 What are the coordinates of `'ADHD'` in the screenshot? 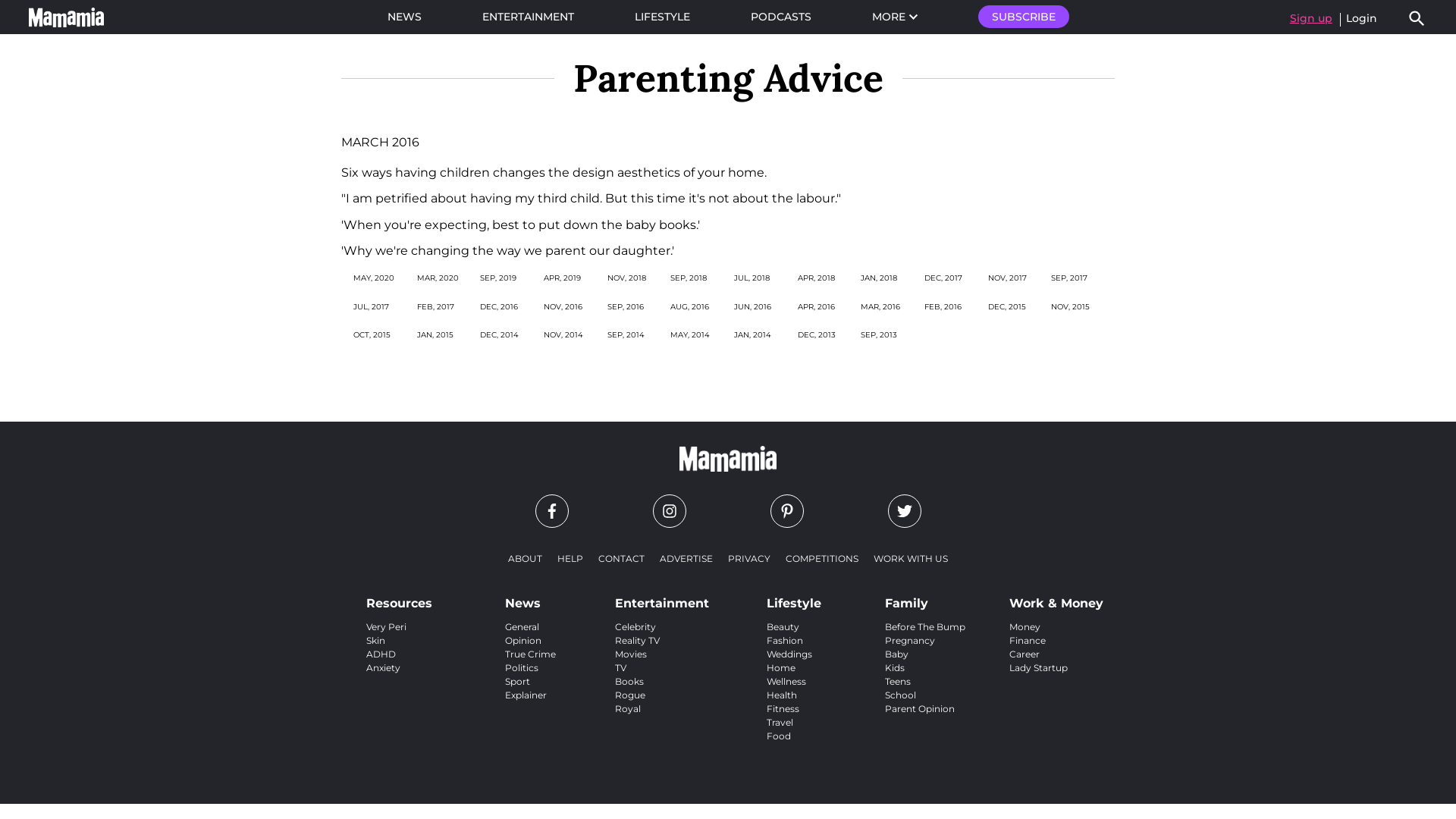 It's located at (381, 653).